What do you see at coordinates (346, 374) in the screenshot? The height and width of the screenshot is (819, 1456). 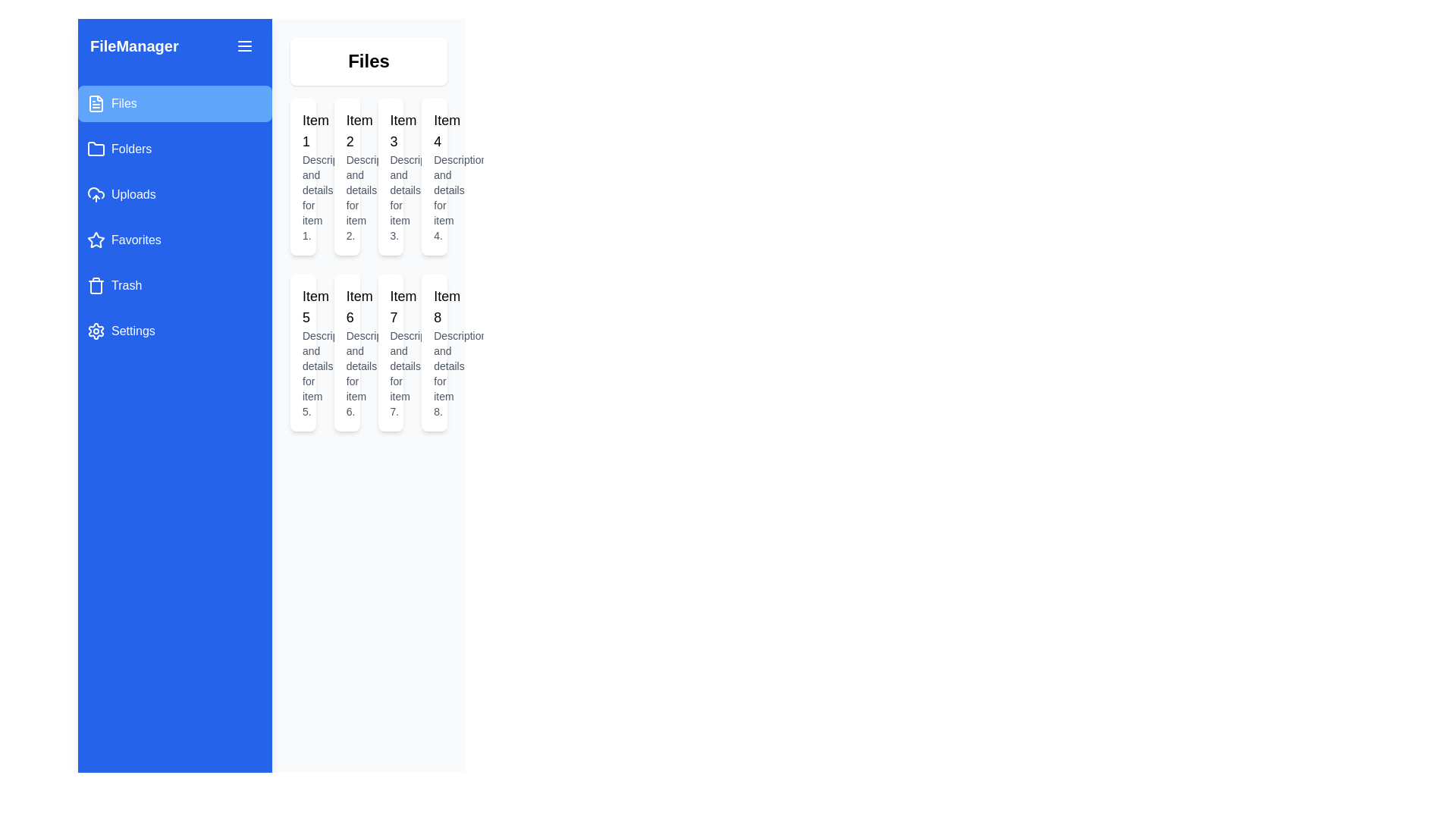 I see `text label that says 'Description and details for item 6.' located below the heading 'Item 6' in the card layout` at bounding box center [346, 374].